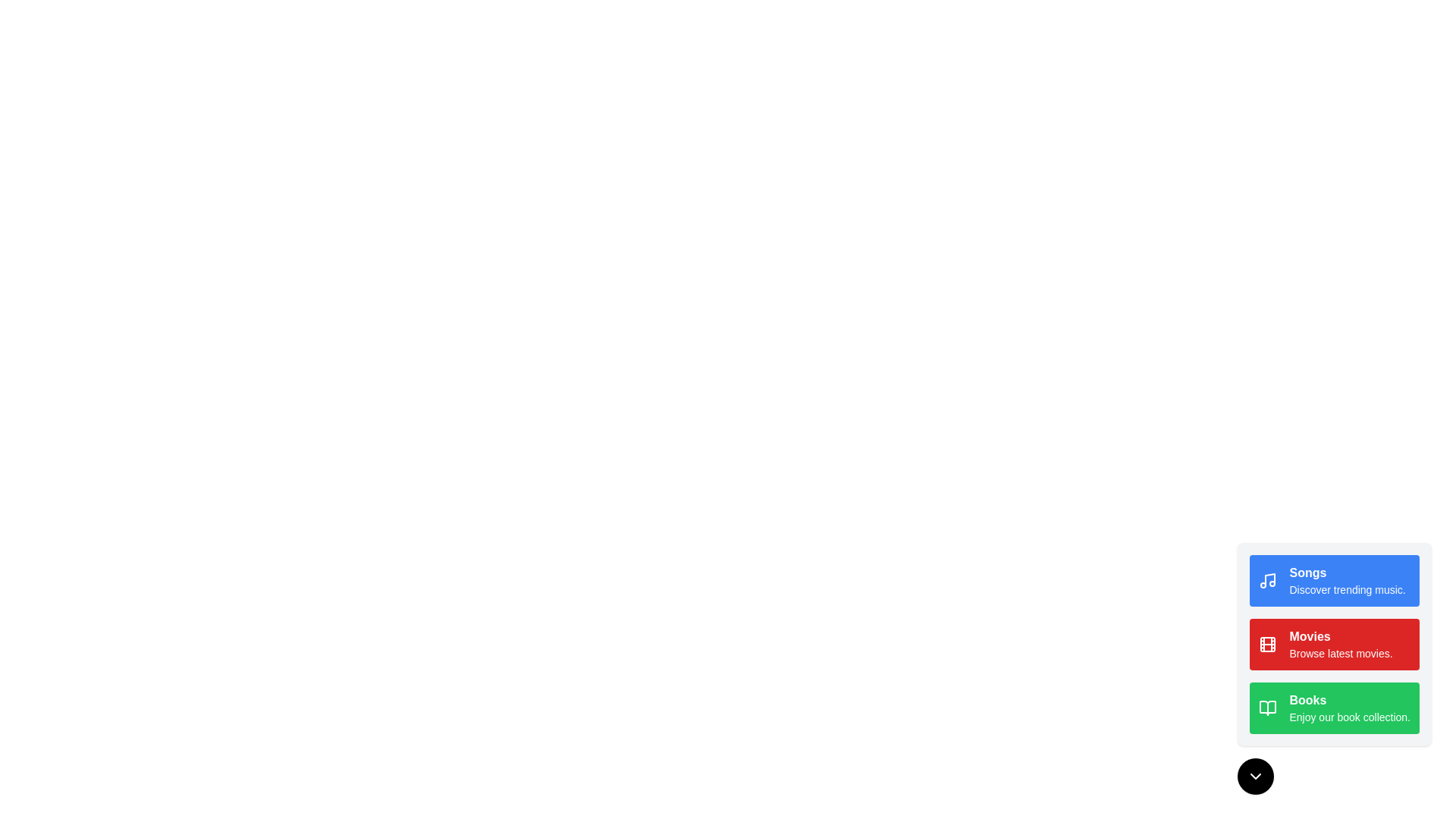 Image resolution: width=1456 pixels, height=819 pixels. I want to click on the Books option from the speed dial menu, so click(1335, 708).